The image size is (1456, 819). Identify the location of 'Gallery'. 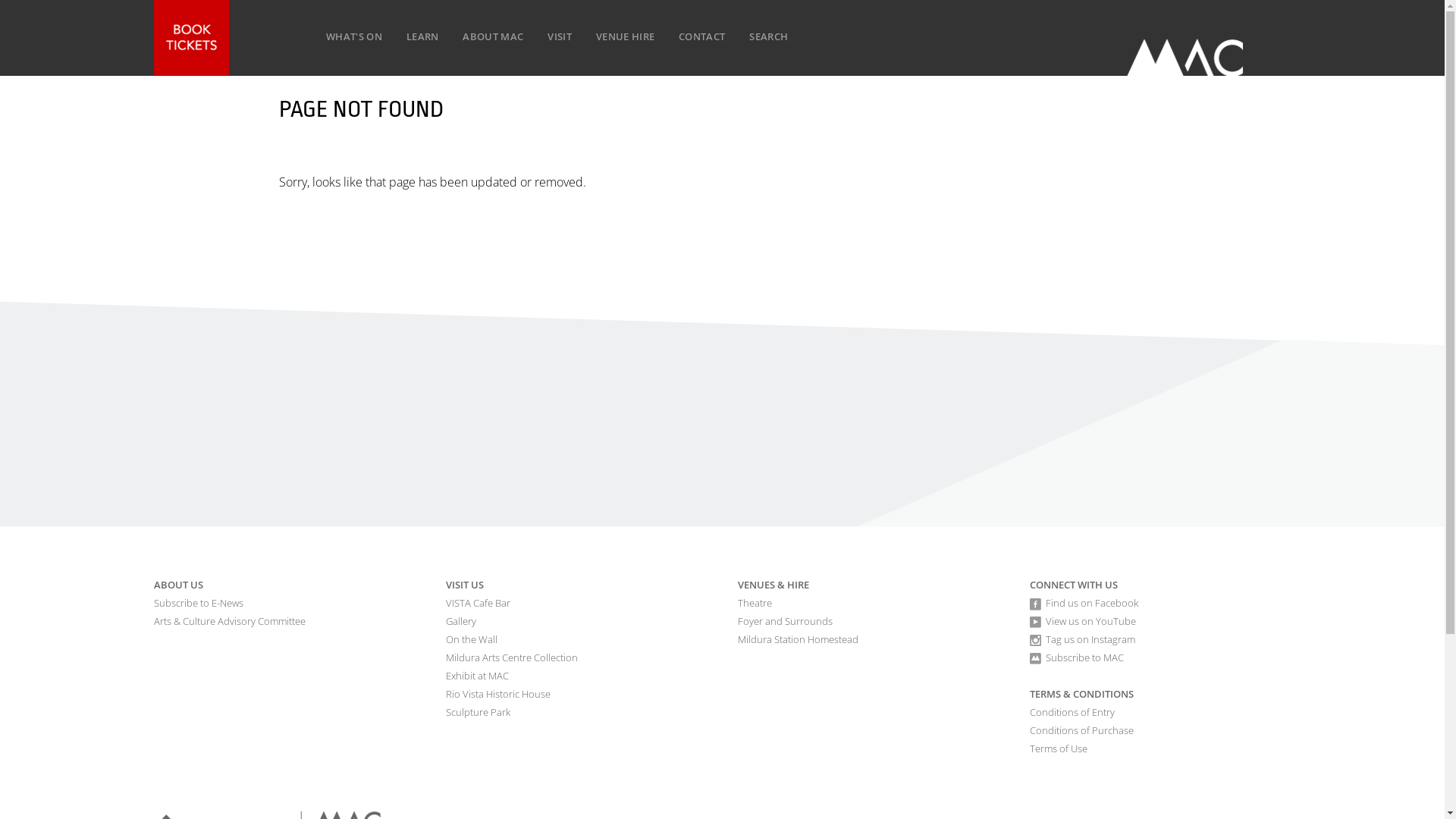
(460, 620).